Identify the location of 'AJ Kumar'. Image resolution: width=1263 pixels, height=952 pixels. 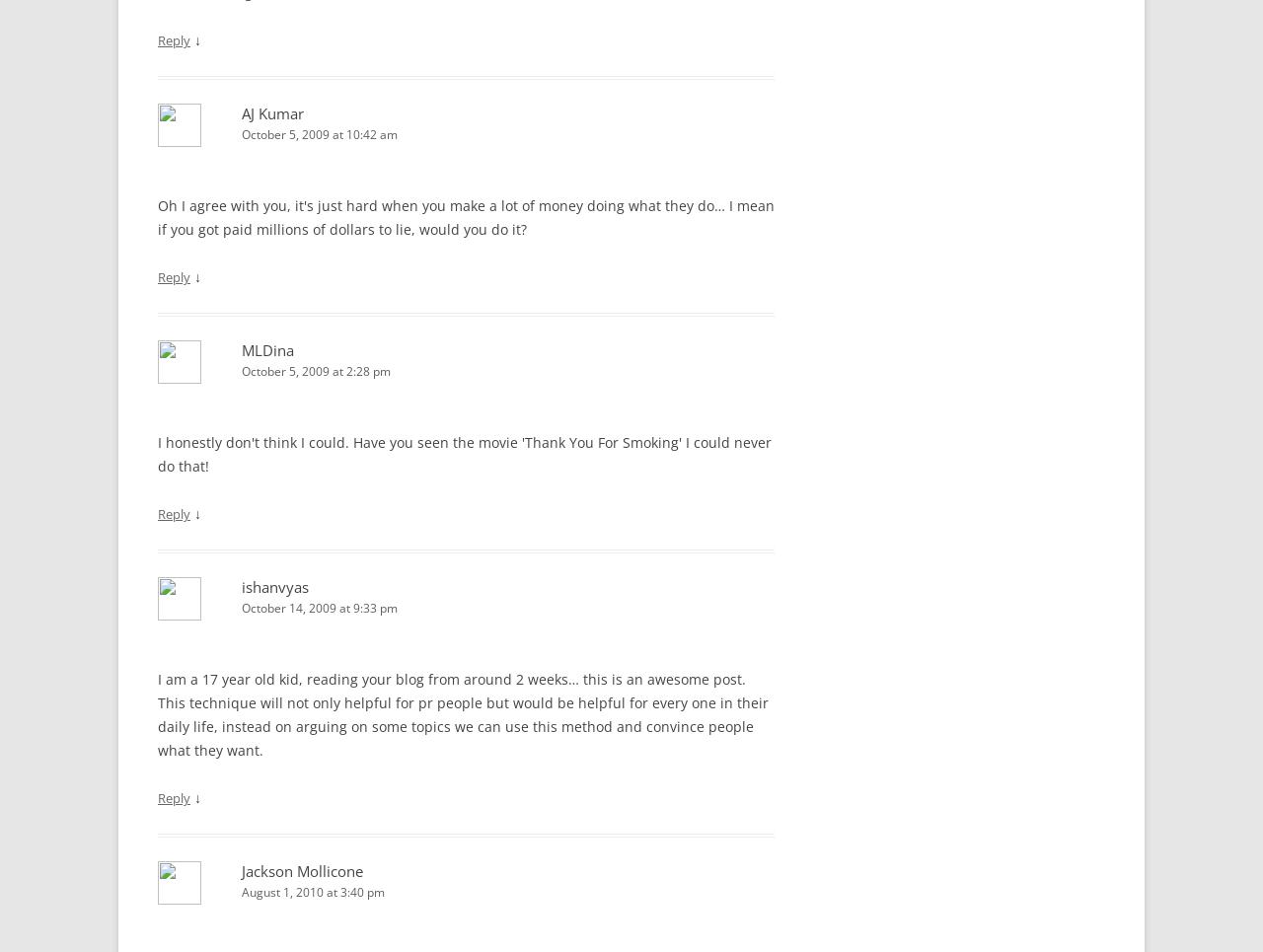
(240, 113).